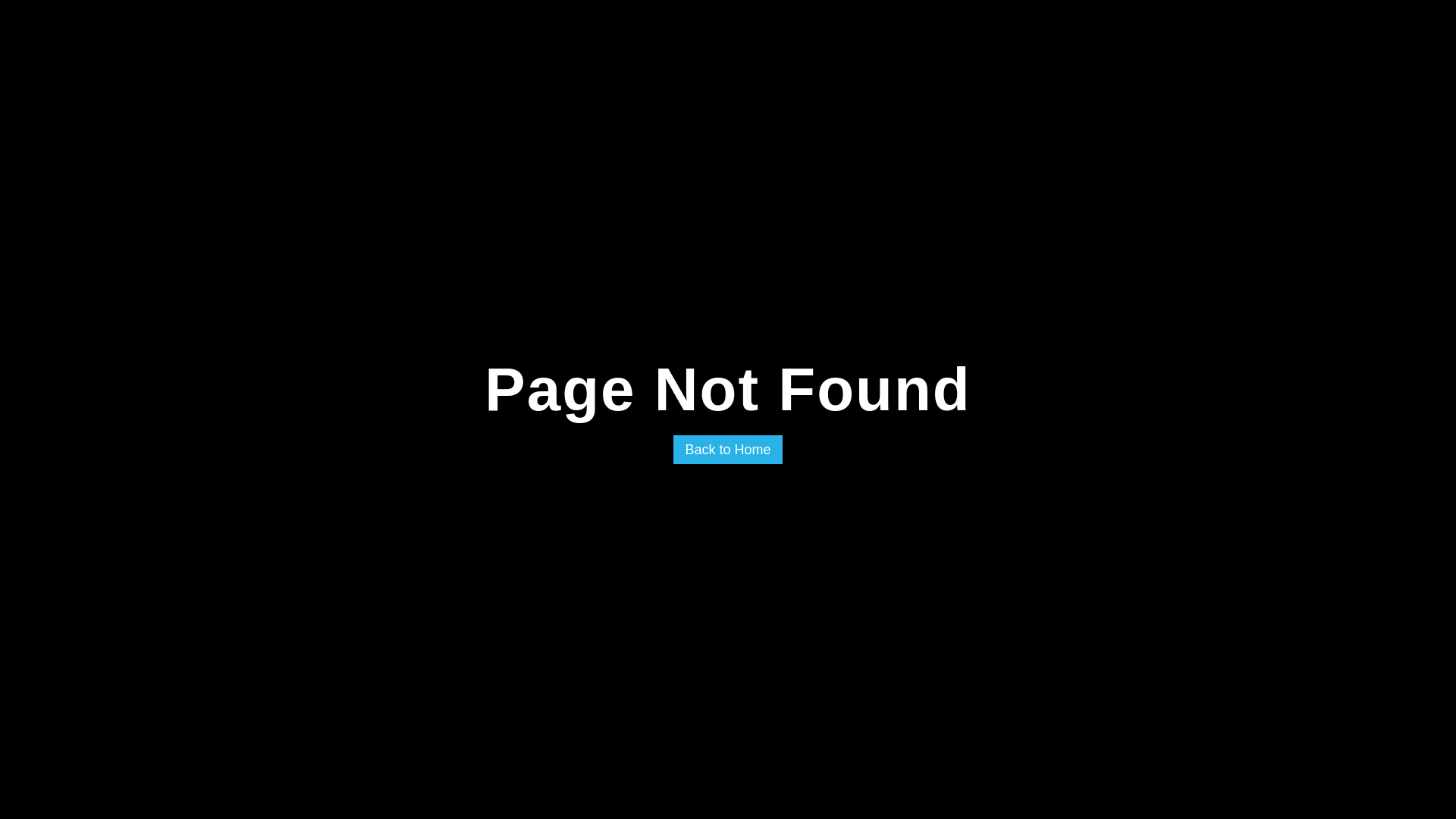 The height and width of the screenshot is (819, 1456). What do you see at coordinates (726, 449) in the screenshot?
I see `'Back to Home'` at bounding box center [726, 449].